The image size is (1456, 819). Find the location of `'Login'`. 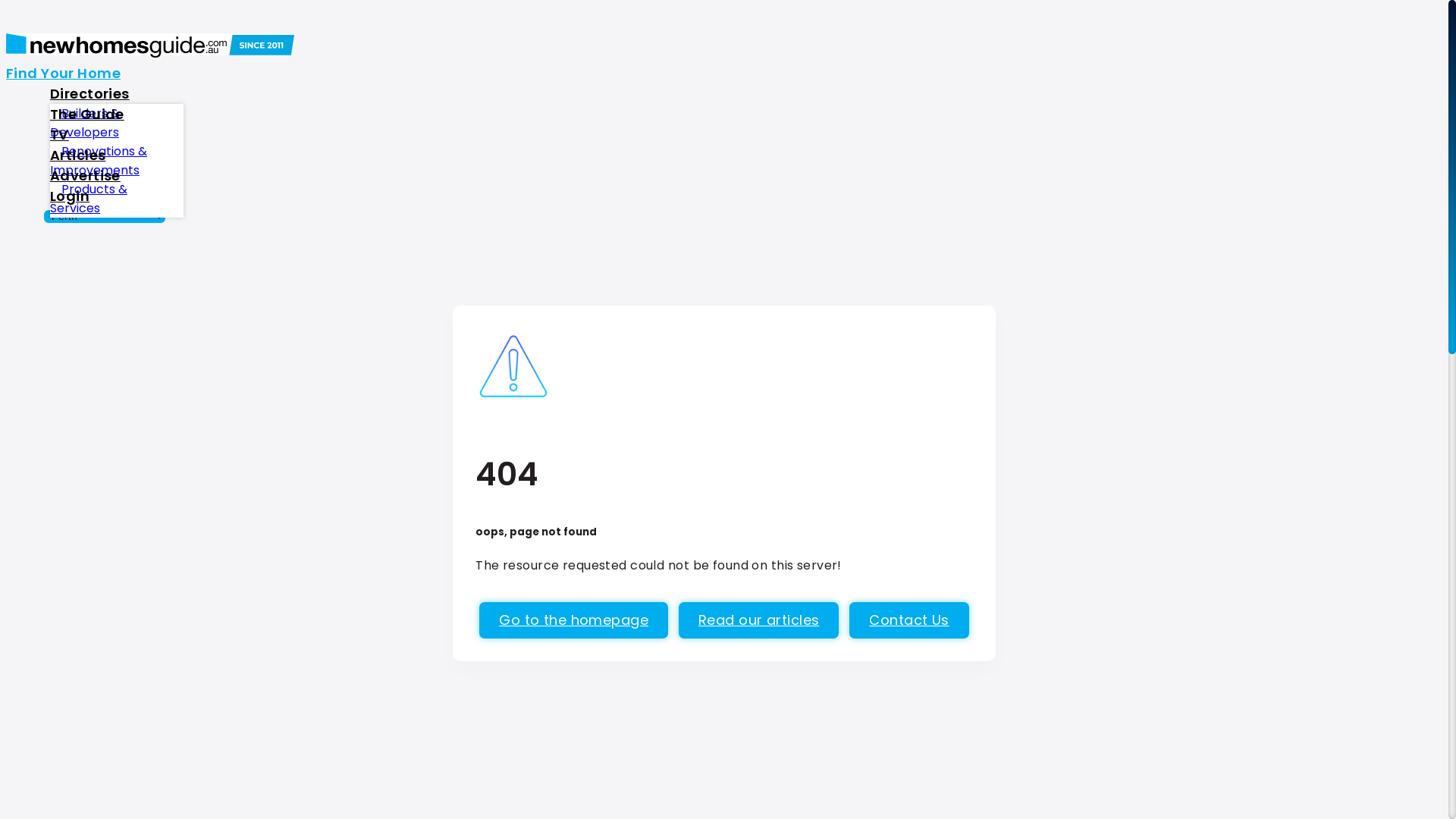

'Login' is located at coordinates (50, 195).